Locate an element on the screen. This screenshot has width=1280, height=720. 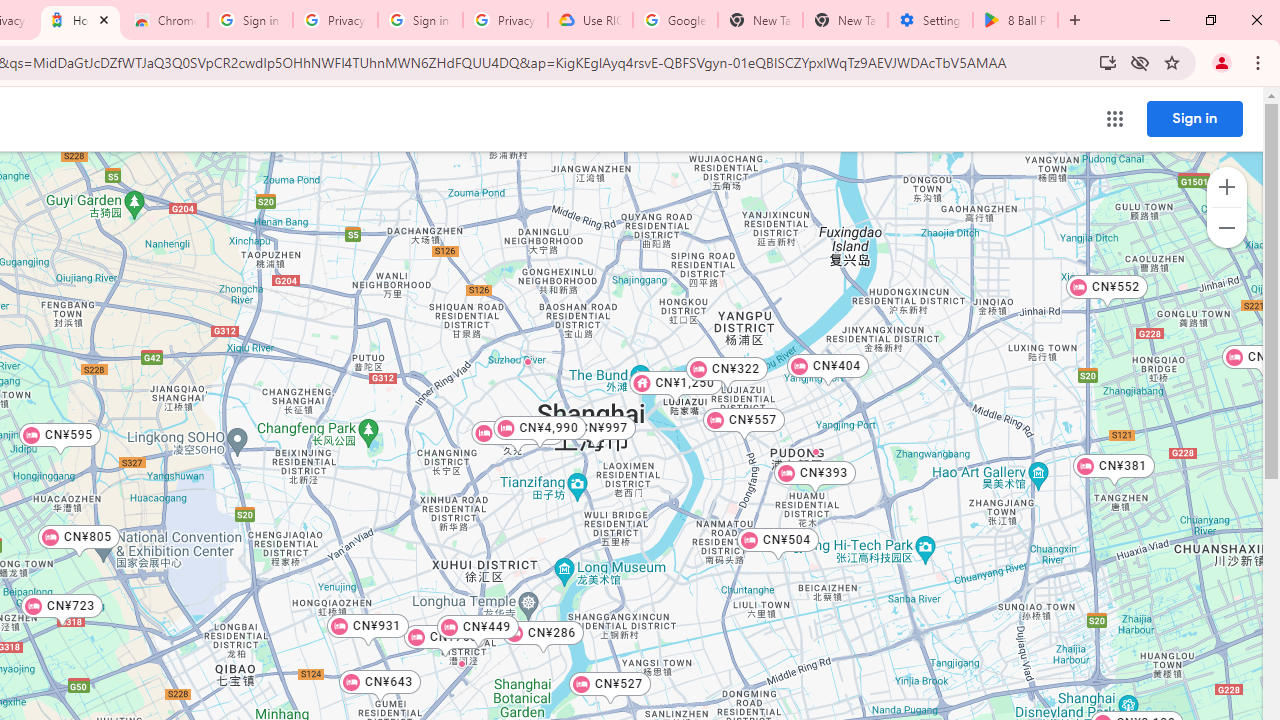
'Settings - System' is located at coordinates (929, 20).